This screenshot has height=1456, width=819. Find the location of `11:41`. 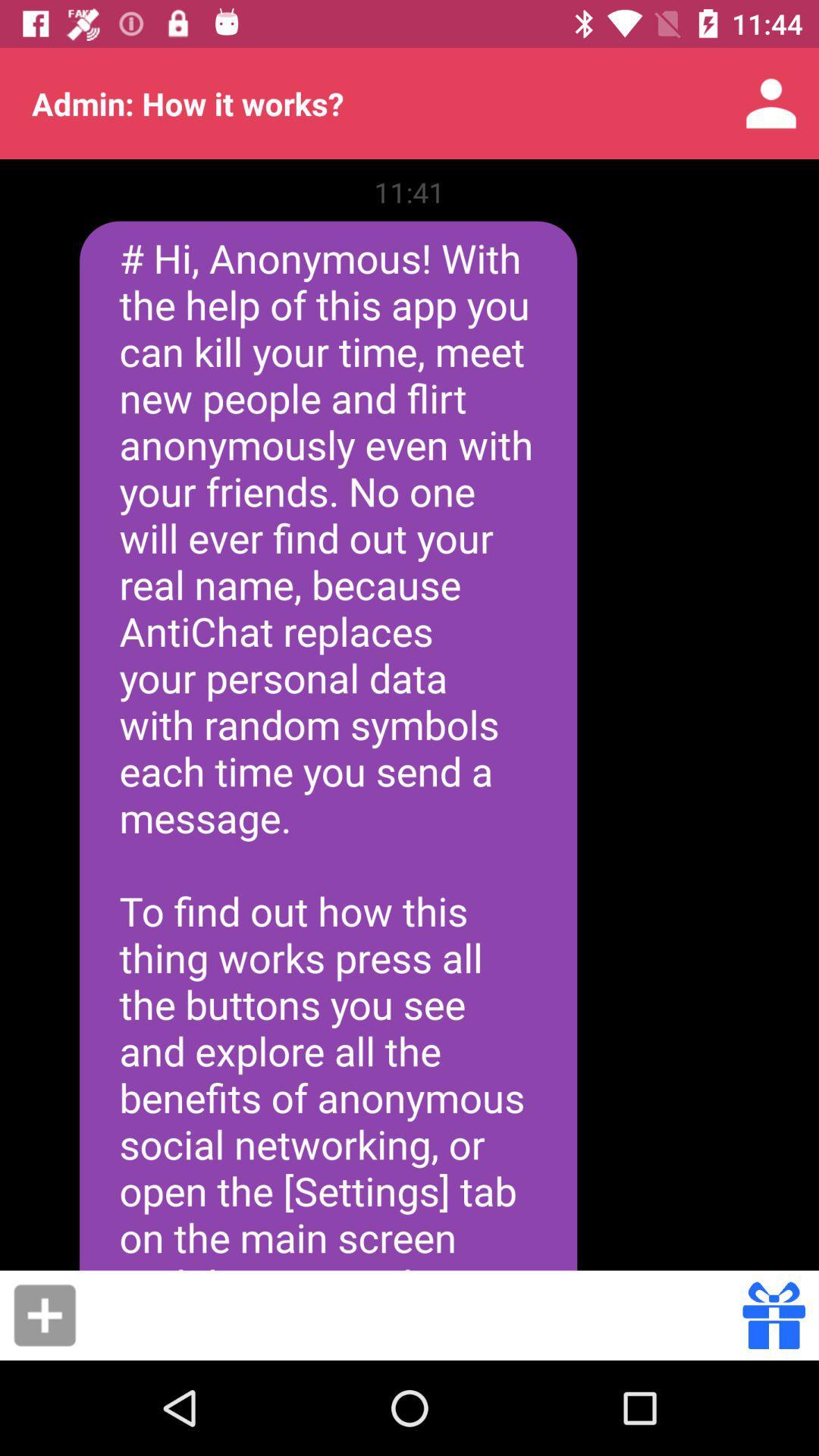

11:41 is located at coordinates (409, 191).